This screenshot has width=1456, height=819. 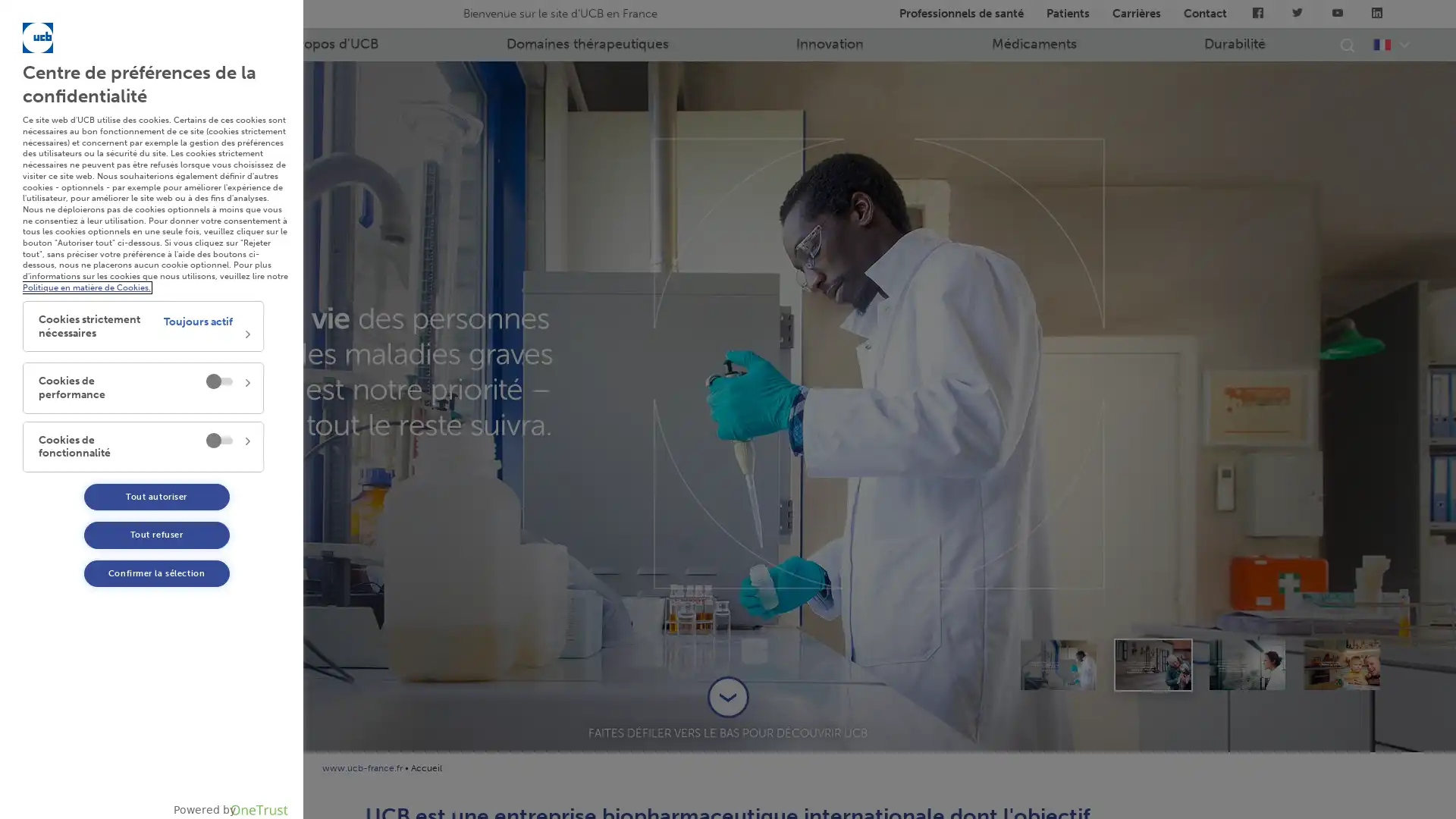 What do you see at coordinates (1153, 663) in the screenshot?
I see `Patient UCB` at bounding box center [1153, 663].